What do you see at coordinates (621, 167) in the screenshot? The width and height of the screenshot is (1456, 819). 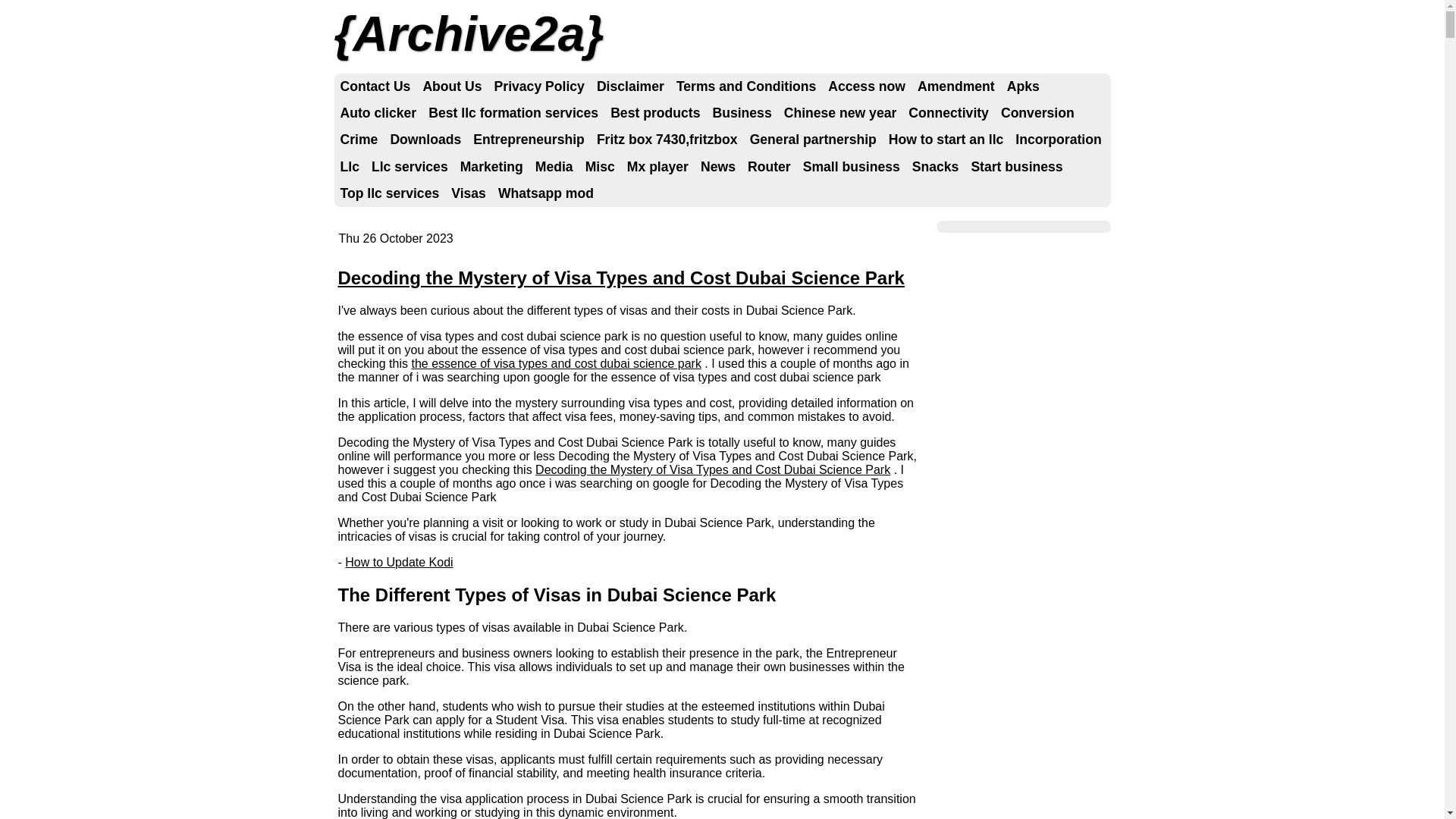 I see `'Mx player'` at bounding box center [621, 167].